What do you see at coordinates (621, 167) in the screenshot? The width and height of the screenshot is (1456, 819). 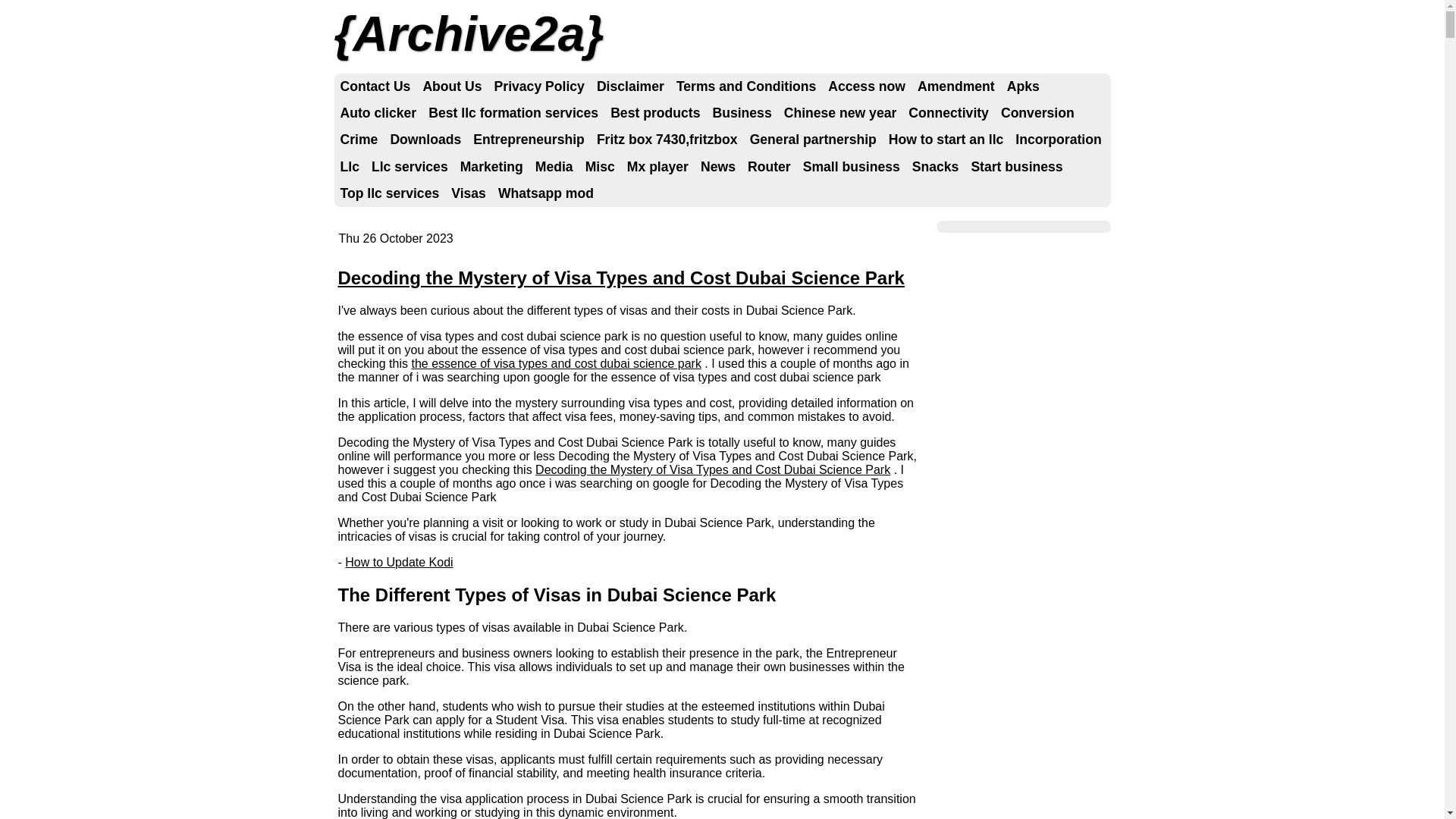 I see `'Mx player'` at bounding box center [621, 167].